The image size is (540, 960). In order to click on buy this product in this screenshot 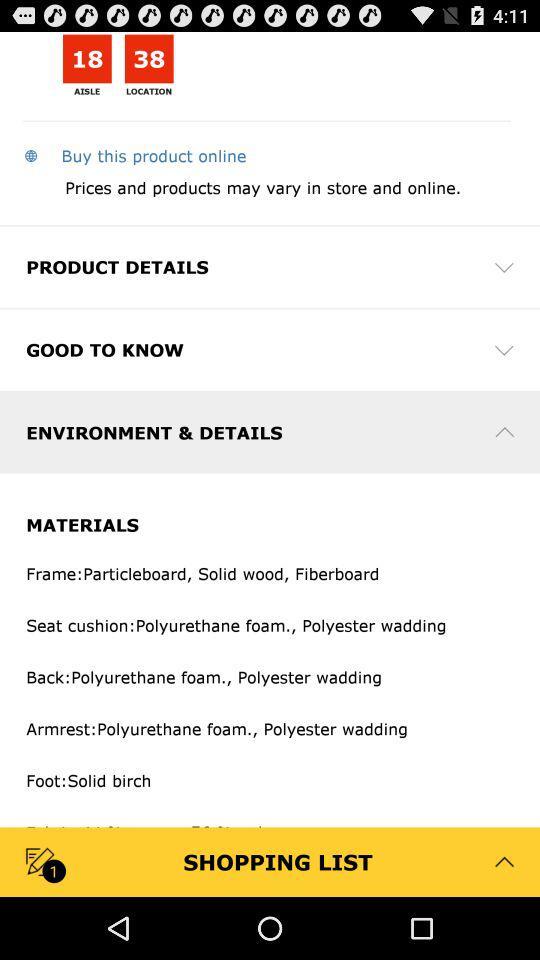, I will do `click(134, 154)`.